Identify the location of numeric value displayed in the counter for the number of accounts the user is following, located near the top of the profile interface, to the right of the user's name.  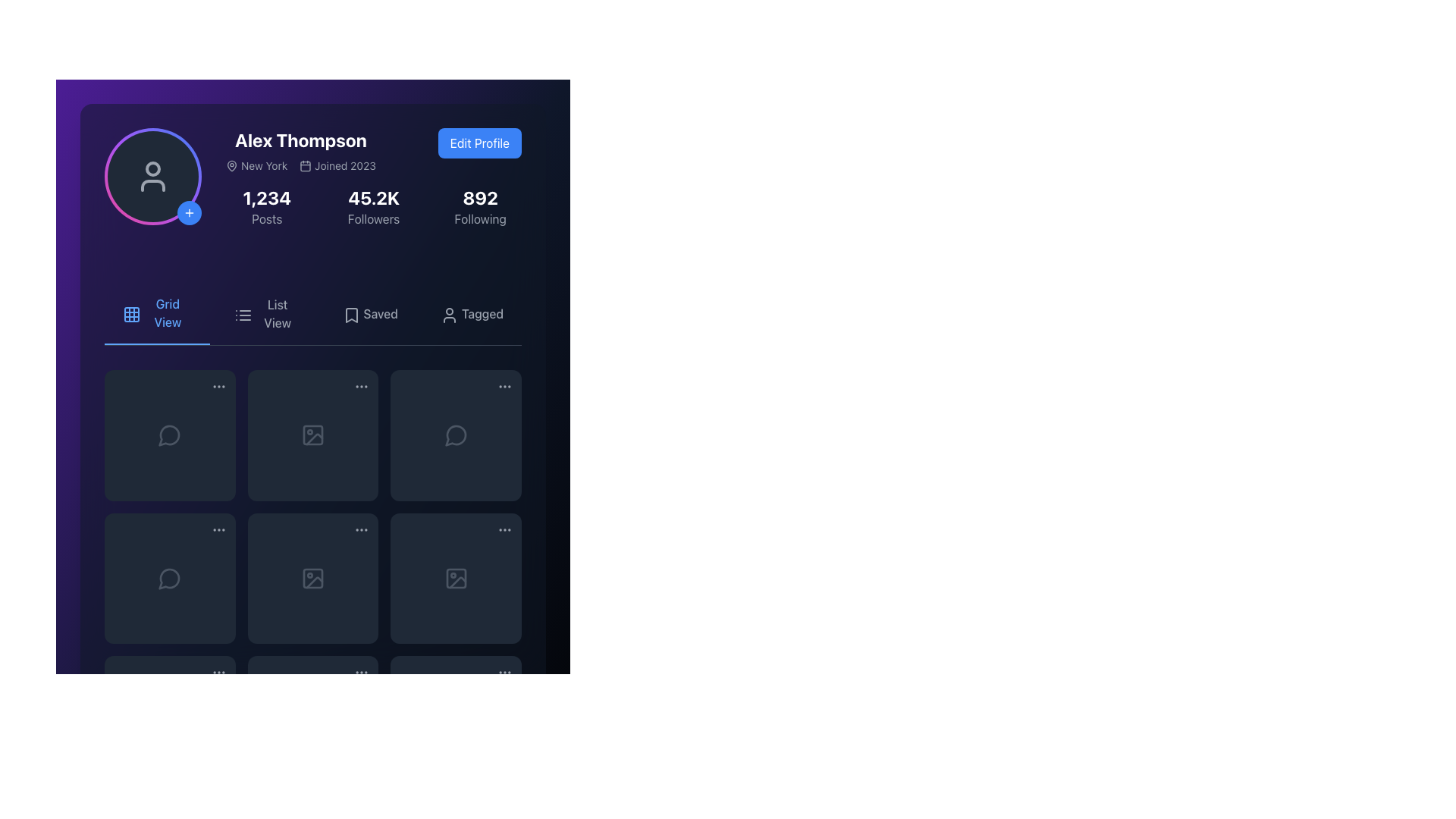
(479, 197).